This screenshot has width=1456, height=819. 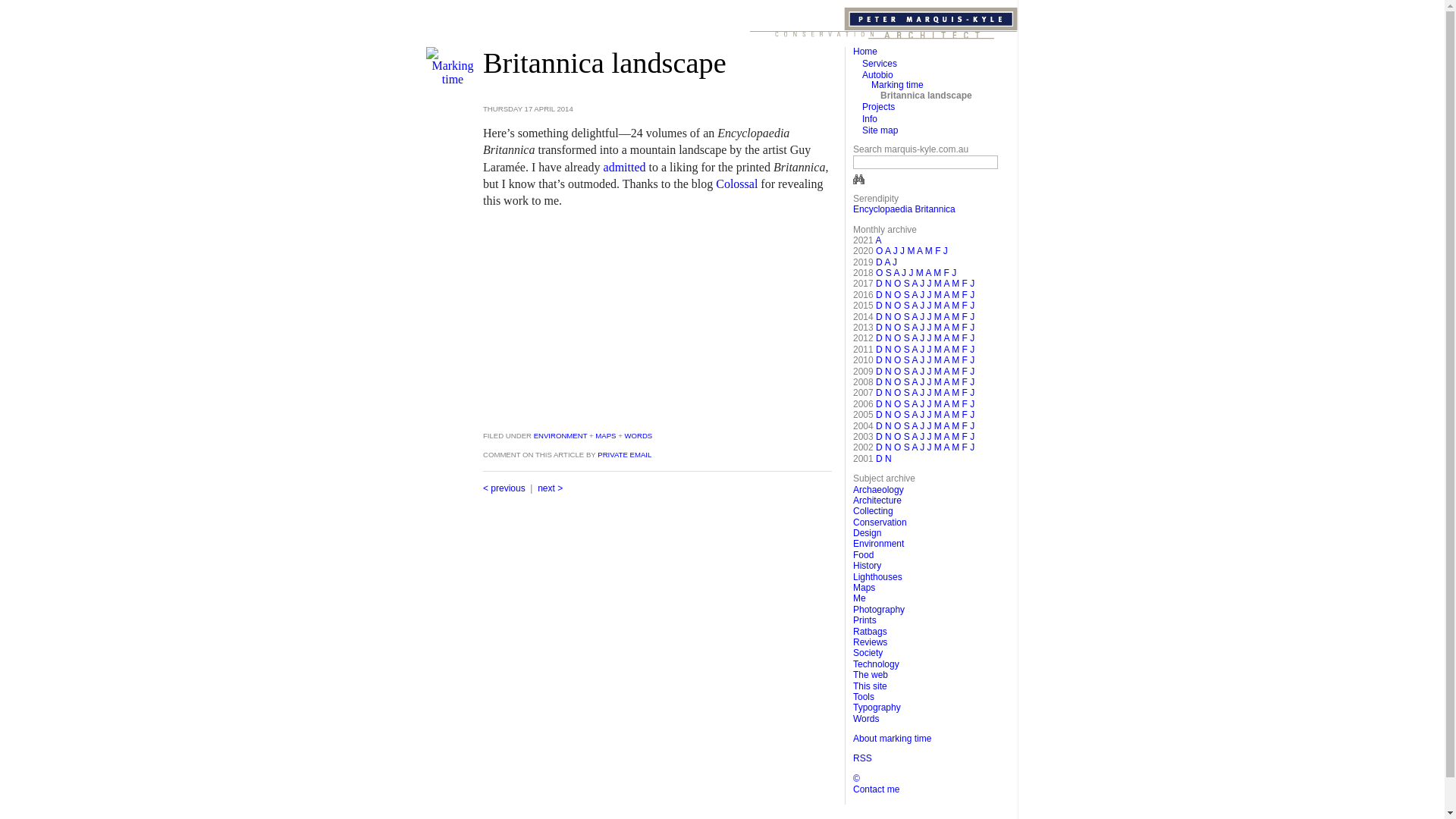 What do you see at coordinates (852, 555) in the screenshot?
I see `'Food'` at bounding box center [852, 555].